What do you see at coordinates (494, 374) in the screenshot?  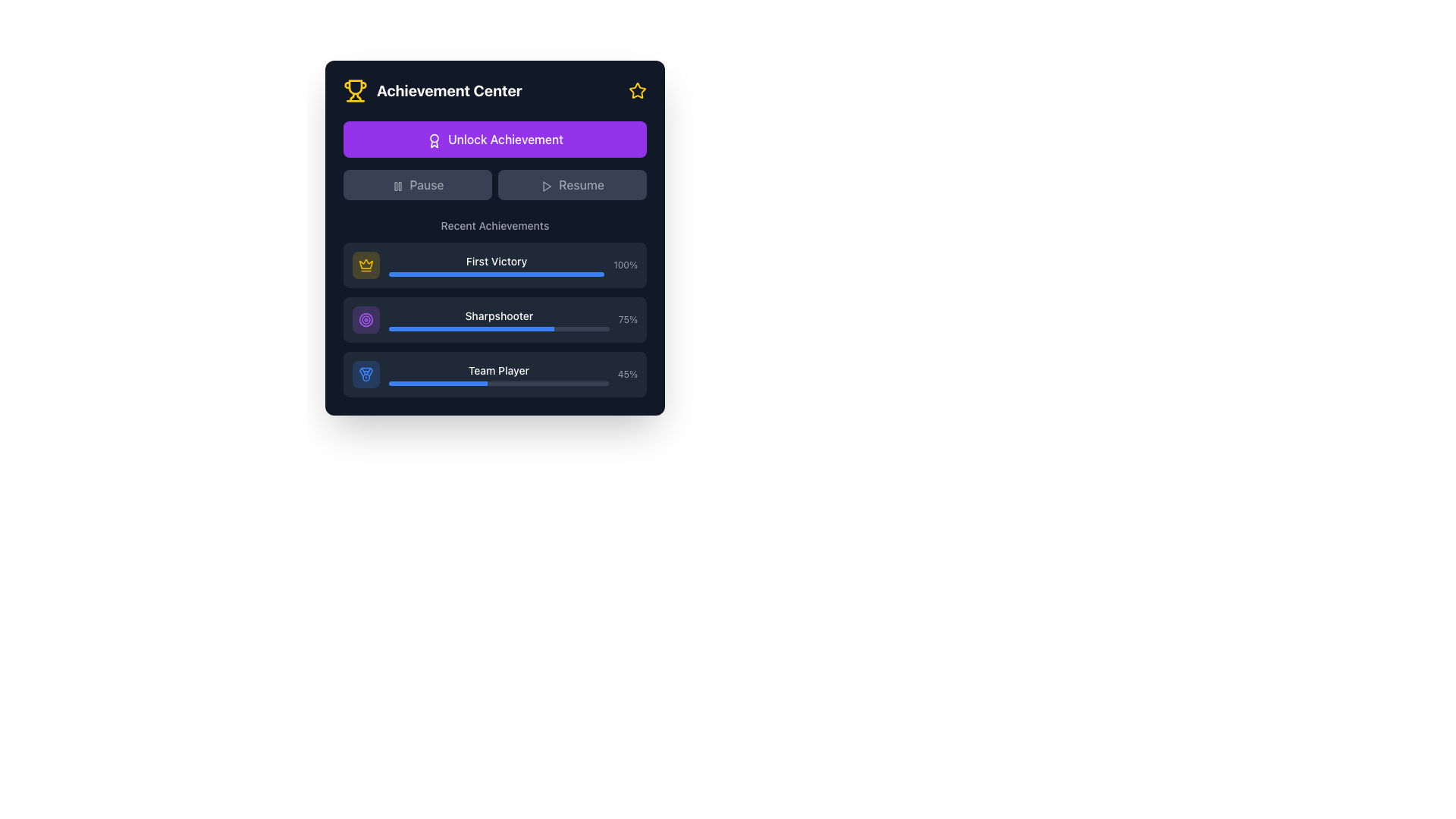 I see `the progress bar on the 'Team Player' Achievement Card, which is the third card in the 'Recent Achievements' section, displaying a 45% completion status` at bounding box center [494, 374].